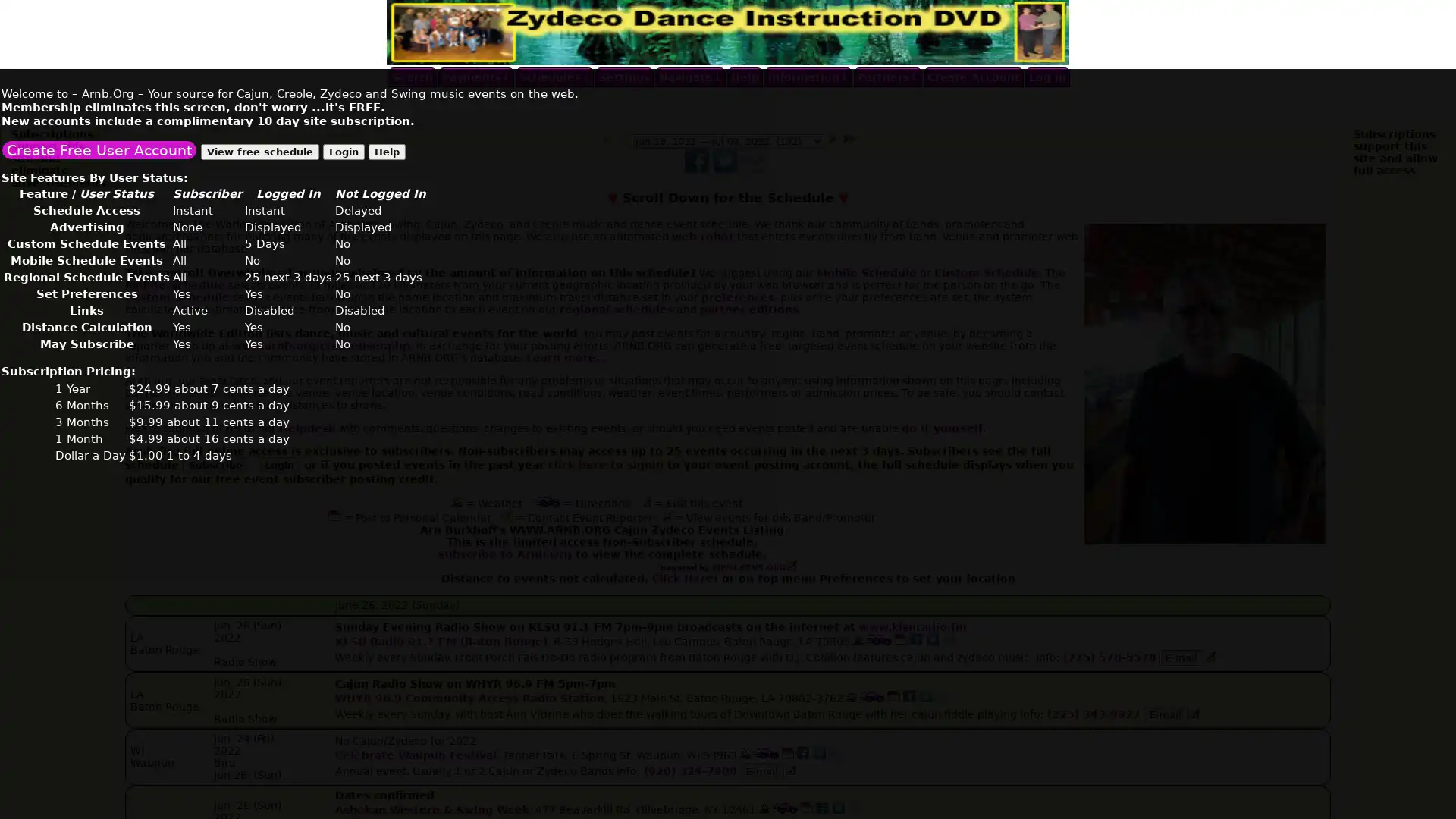  I want to click on Help, so click(387, 151).